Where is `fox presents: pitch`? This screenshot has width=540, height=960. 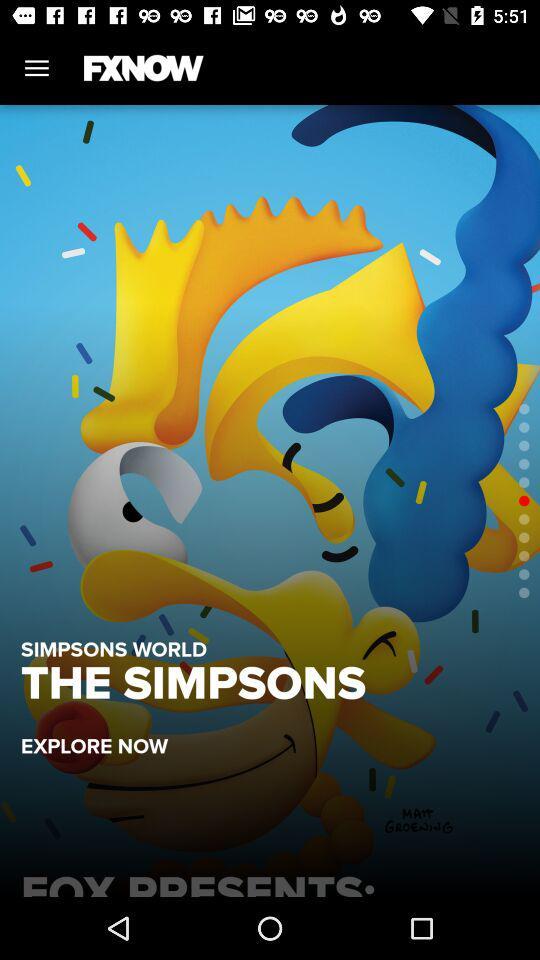 fox presents: pitch is located at coordinates (270, 880).